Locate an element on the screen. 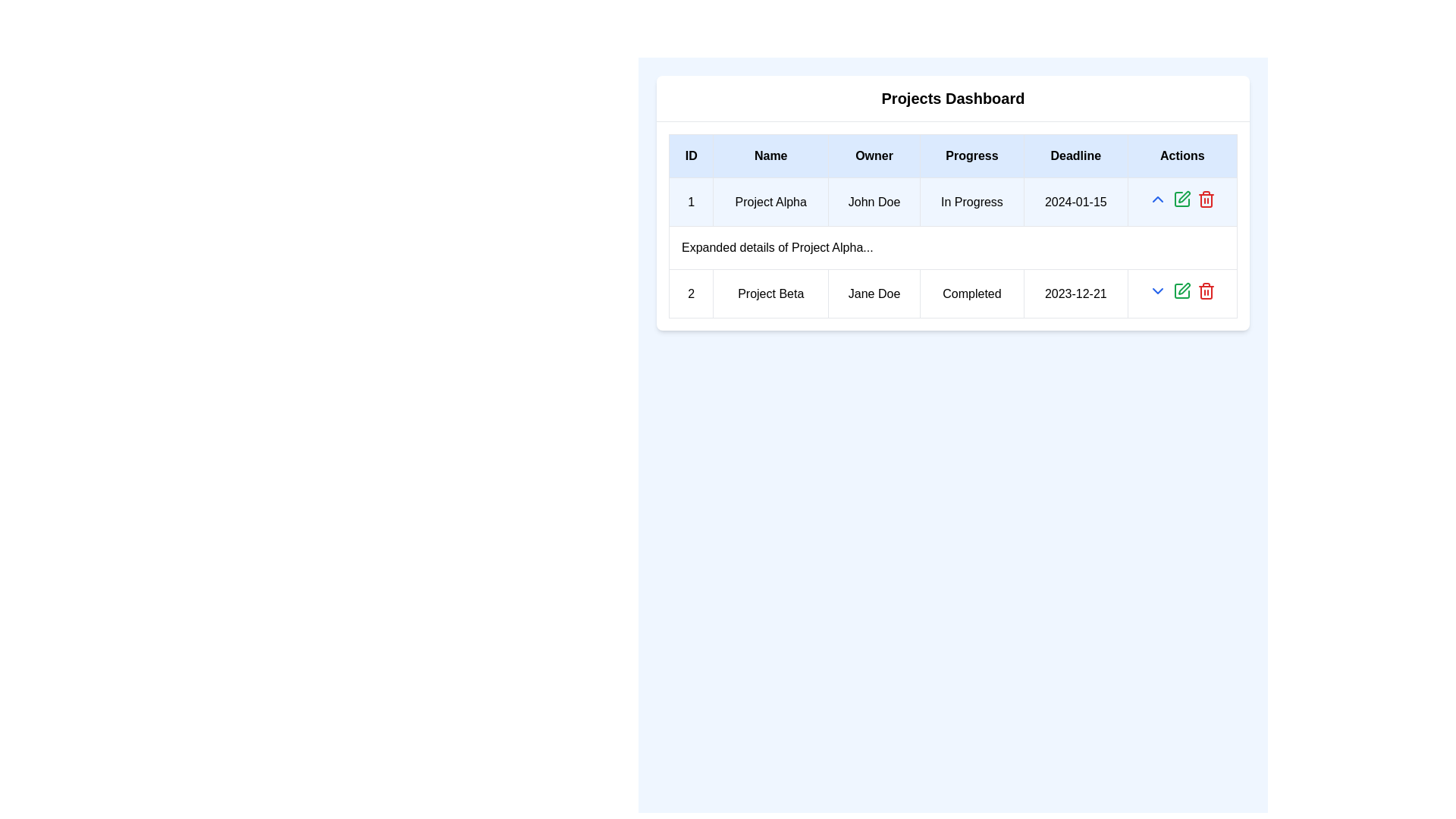 Image resolution: width=1456 pixels, height=819 pixels. the green pen icon located in the action column of the first row in the project table is located at coordinates (1181, 198).